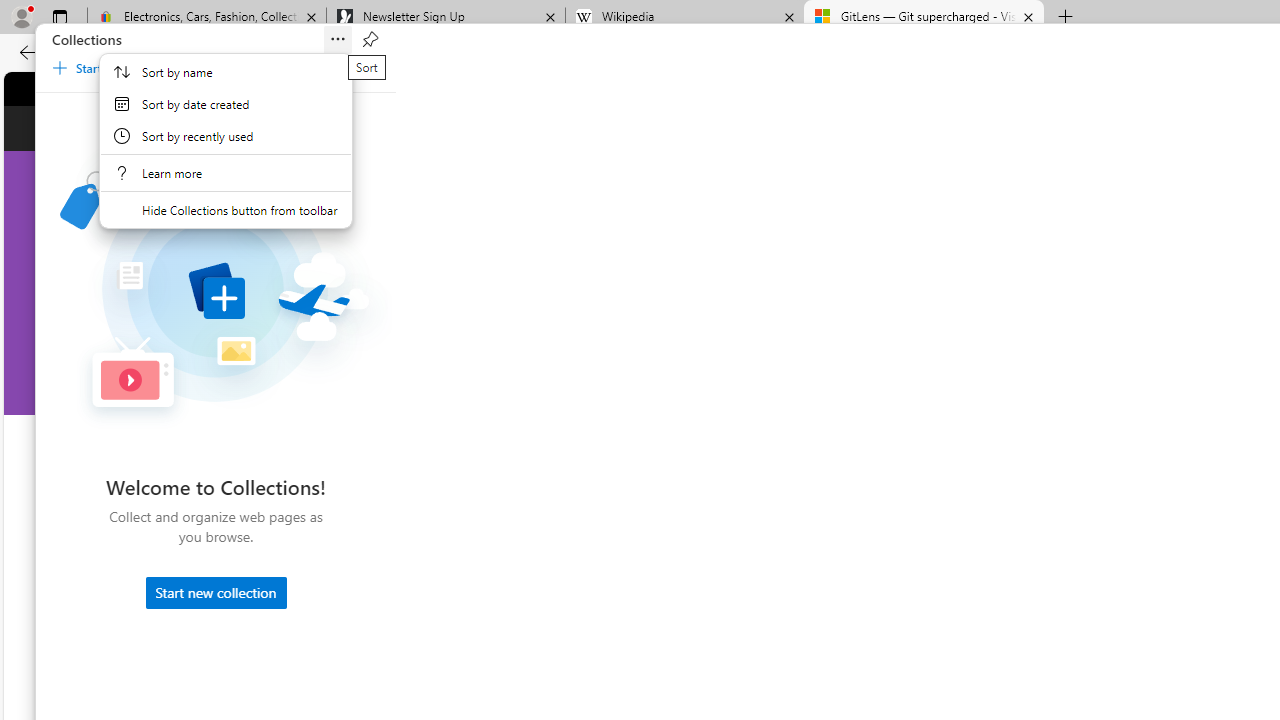 The width and height of the screenshot is (1280, 720). What do you see at coordinates (225, 209) in the screenshot?
I see `'Hide Collections button from toolbar'` at bounding box center [225, 209].